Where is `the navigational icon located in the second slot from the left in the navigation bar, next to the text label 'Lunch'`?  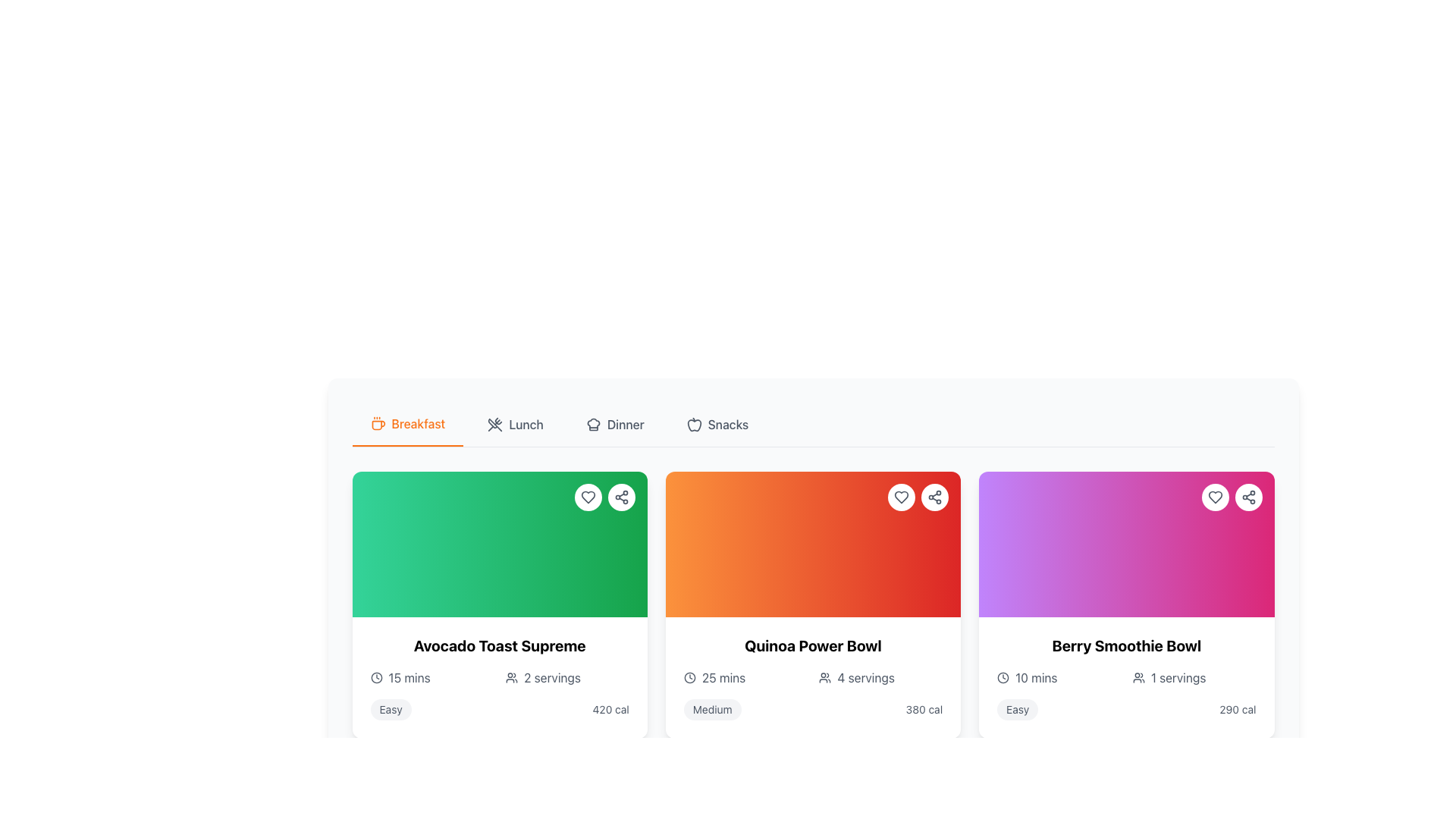 the navigational icon located in the second slot from the left in the navigation bar, next to the text label 'Lunch' is located at coordinates (495, 425).